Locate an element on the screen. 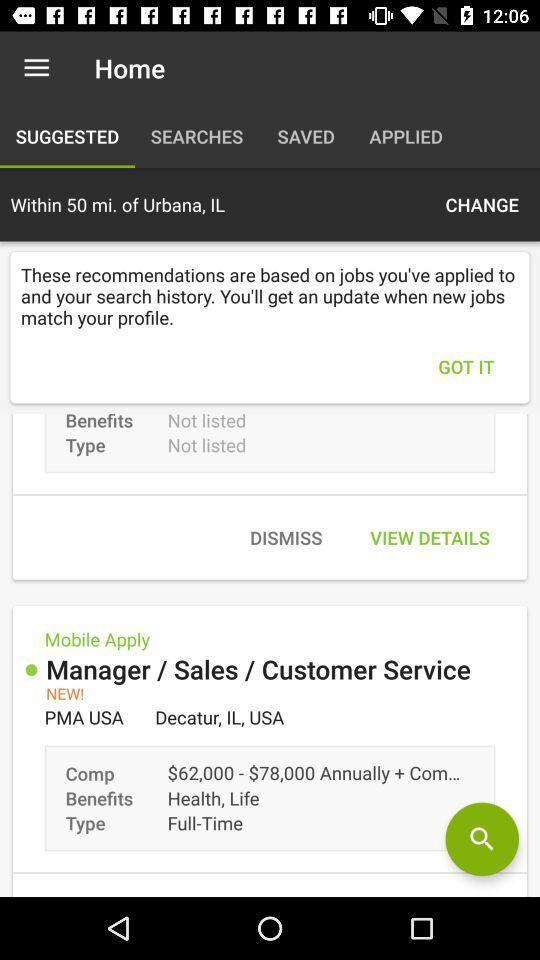 This screenshot has height=960, width=540. the icon next to dismiss is located at coordinates (429, 536).